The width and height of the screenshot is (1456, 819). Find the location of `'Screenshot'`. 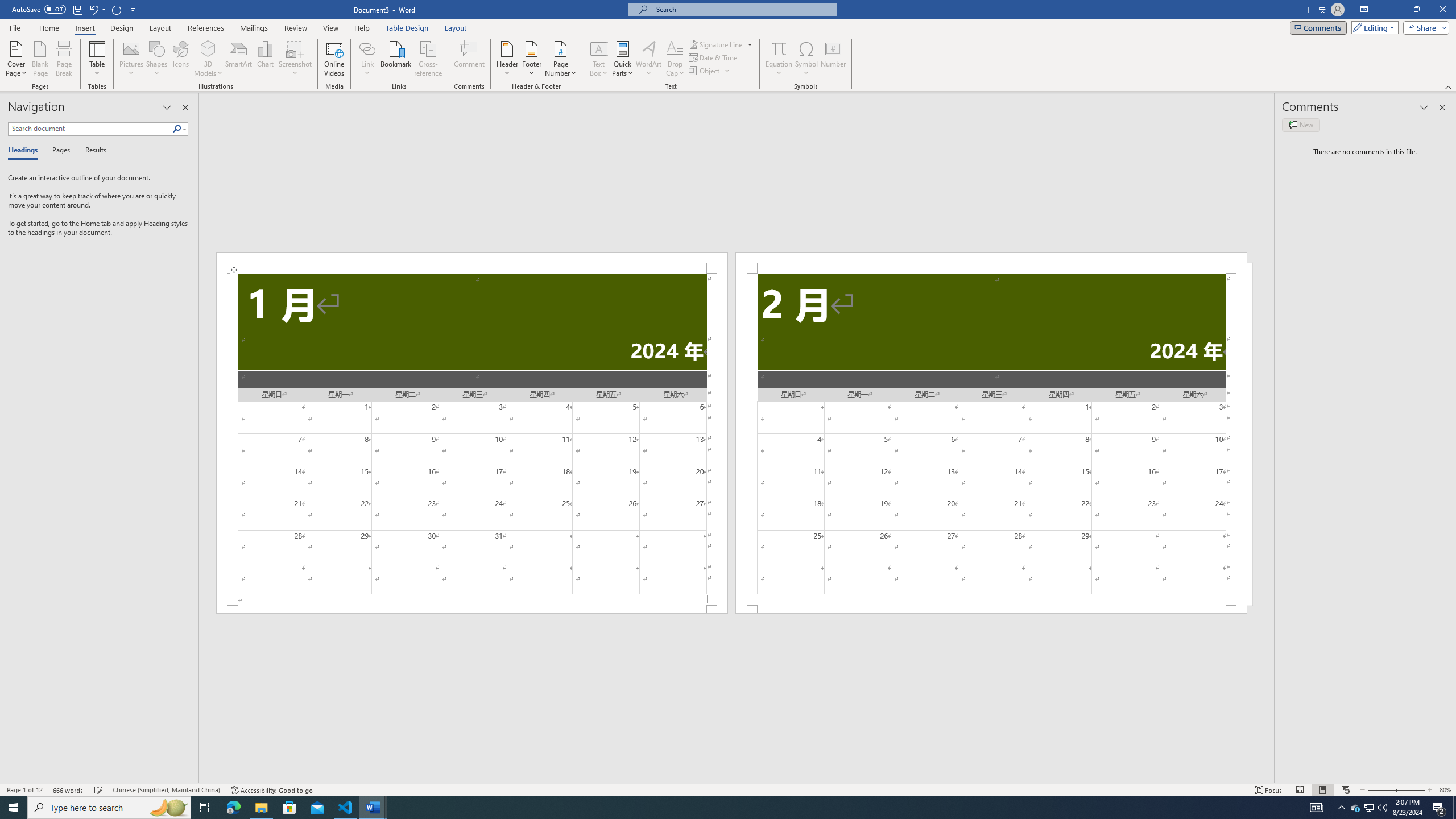

'Screenshot' is located at coordinates (295, 59).